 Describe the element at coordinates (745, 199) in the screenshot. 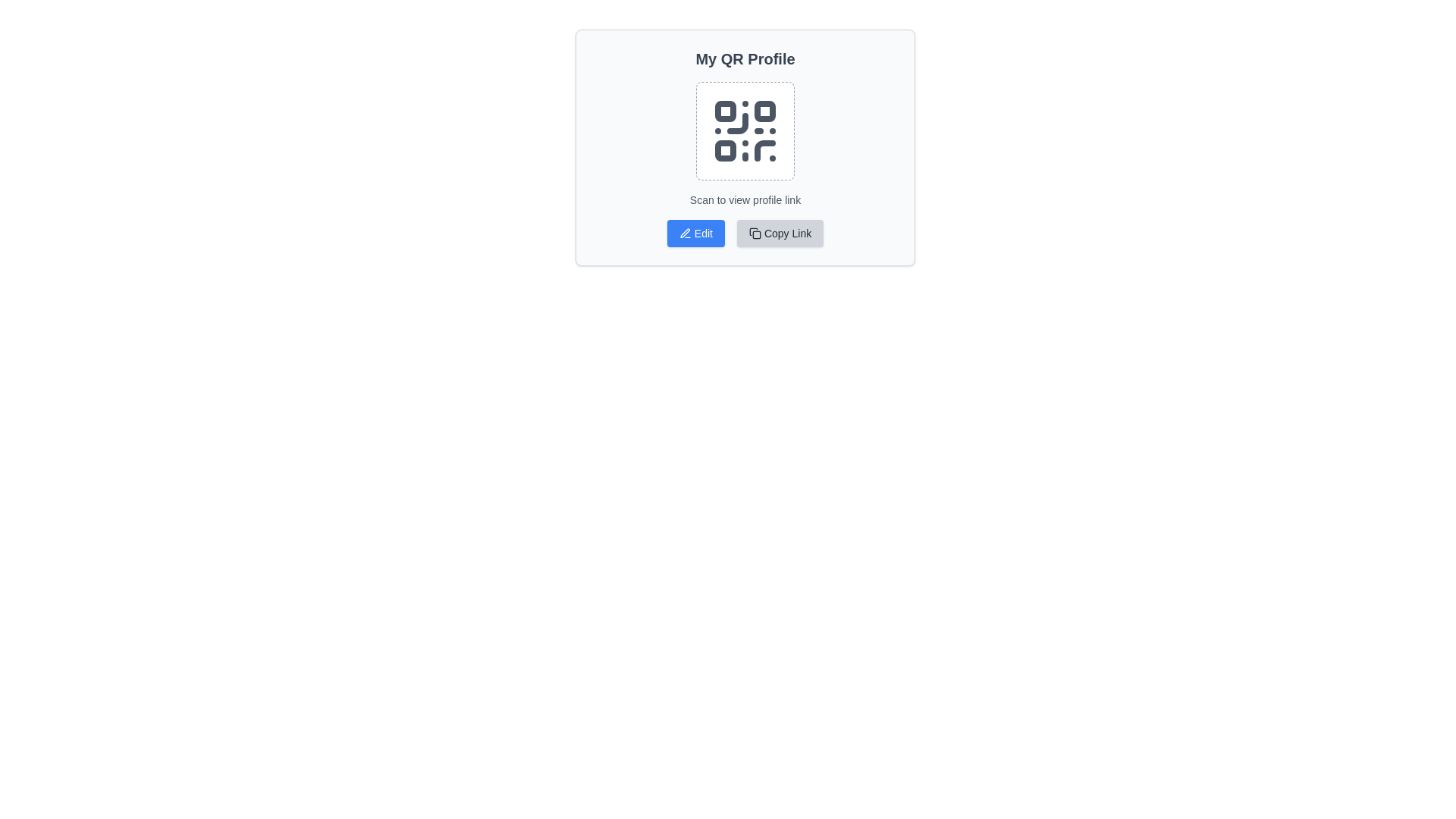

I see `the static text label that provides instructions for the QR code, located directly below the QR code graphic in the 'My QR Profile' card layout` at that location.